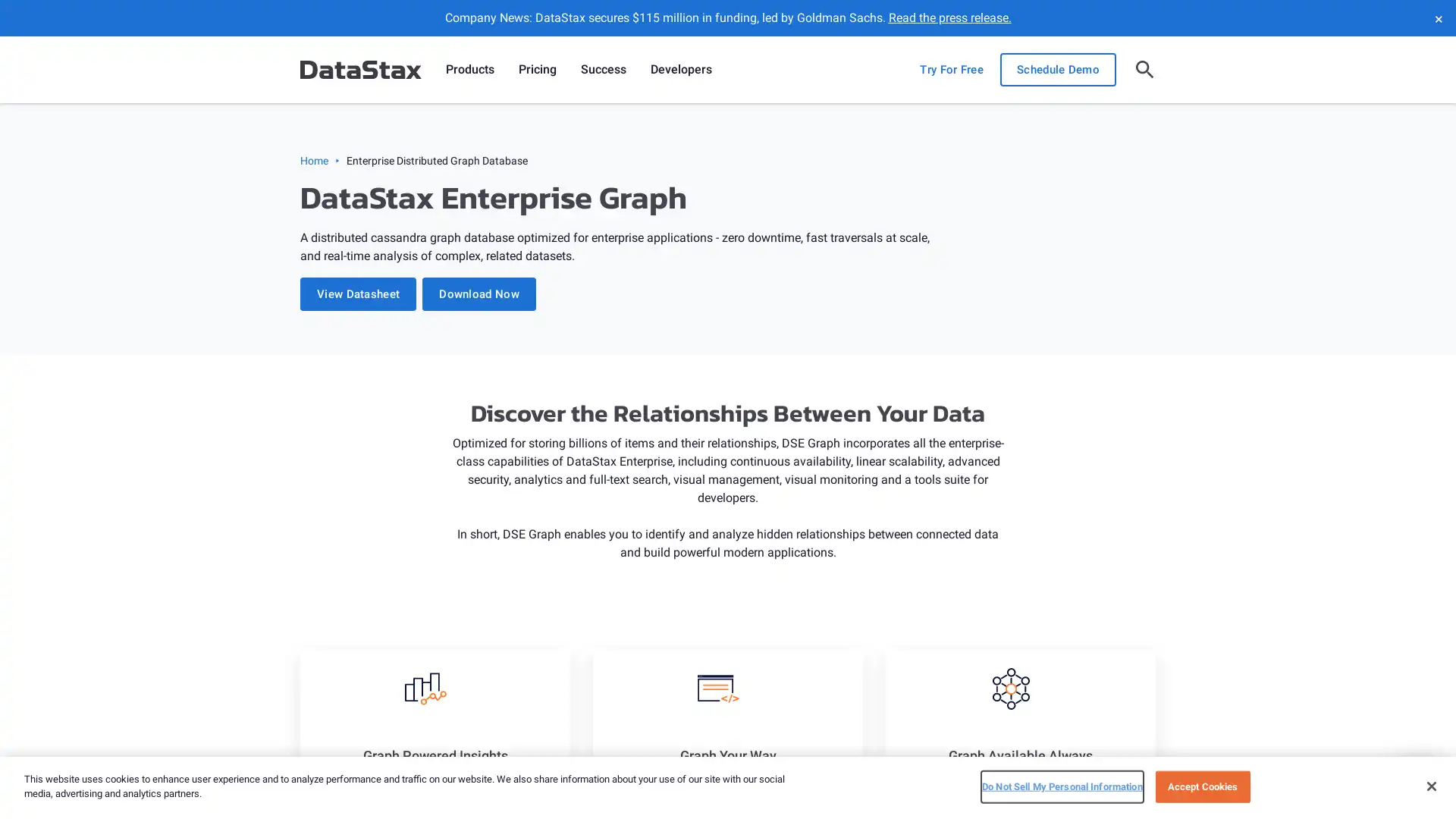  What do you see at coordinates (1061, 786) in the screenshot?
I see `Do Not Sell My Personal Information` at bounding box center [1061, 786].